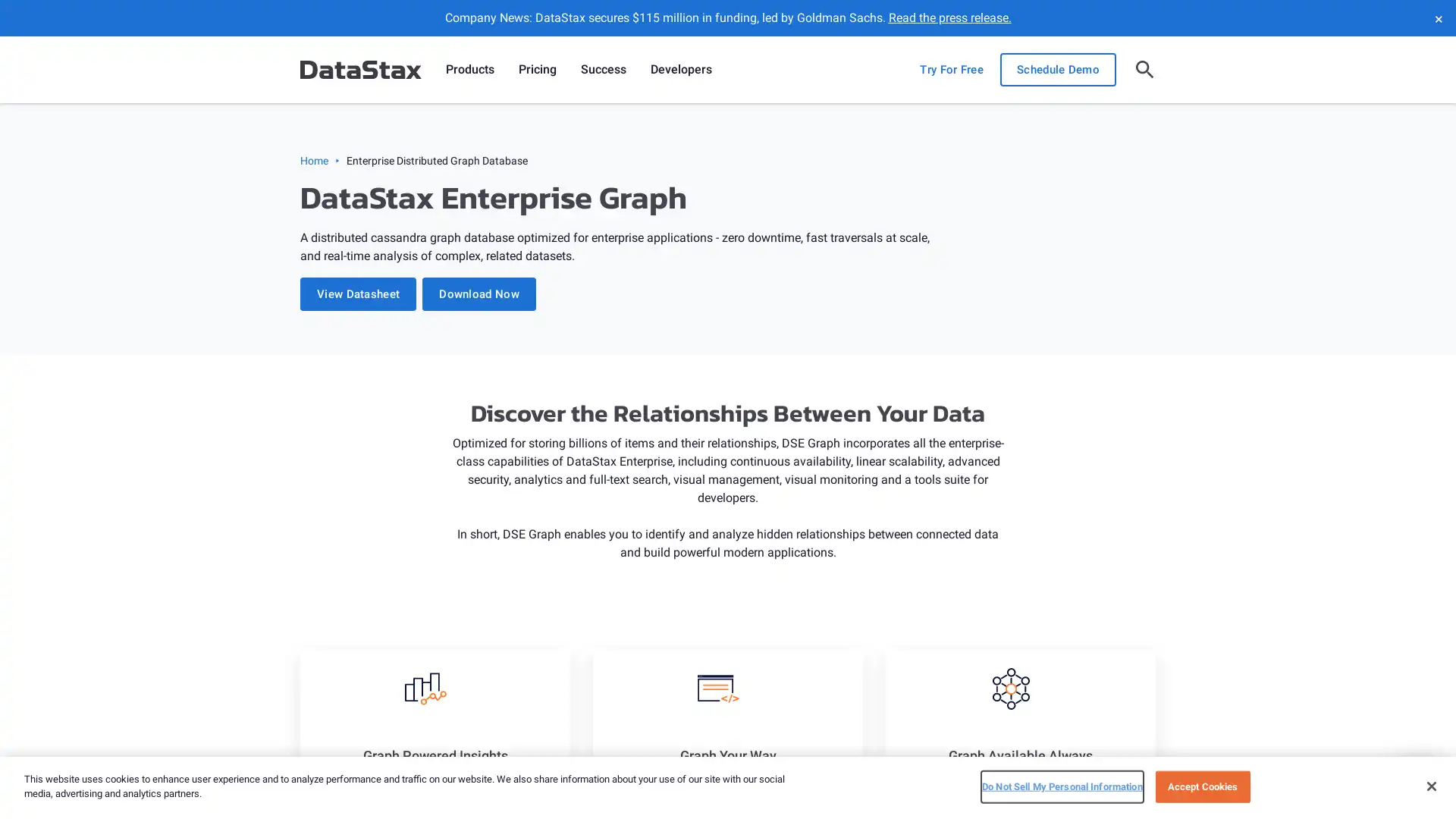  What do you see at coordinates (1061, 786) in the screenshot?
I see `Do Not Sell My Personal Information` at bounding box center [1061, 786].